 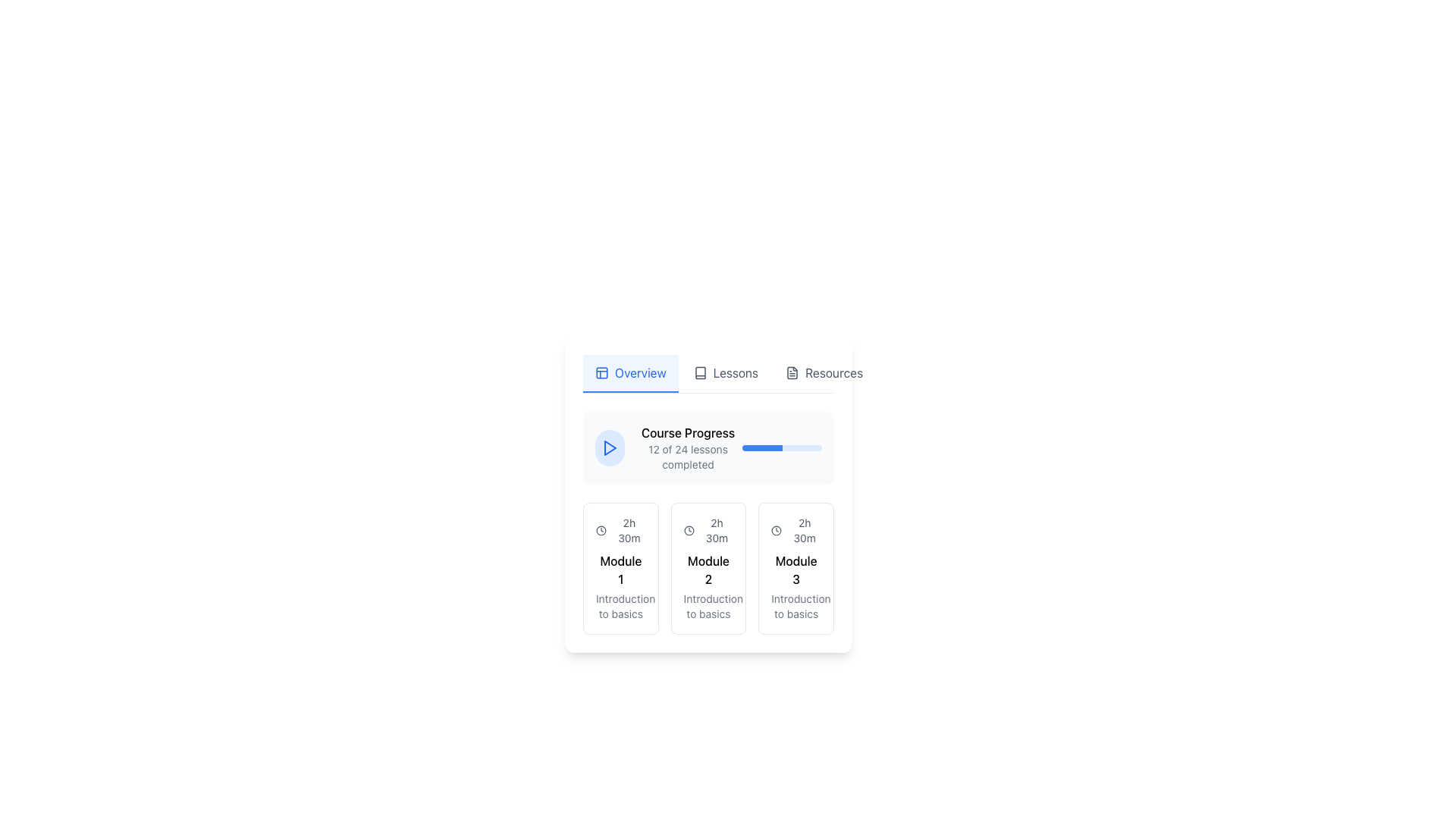 I want to click on the Label with a clock icon displaying '2h 30m', positioned above 'Module 1' and its description in the first module card, so click(x=620, y=529).